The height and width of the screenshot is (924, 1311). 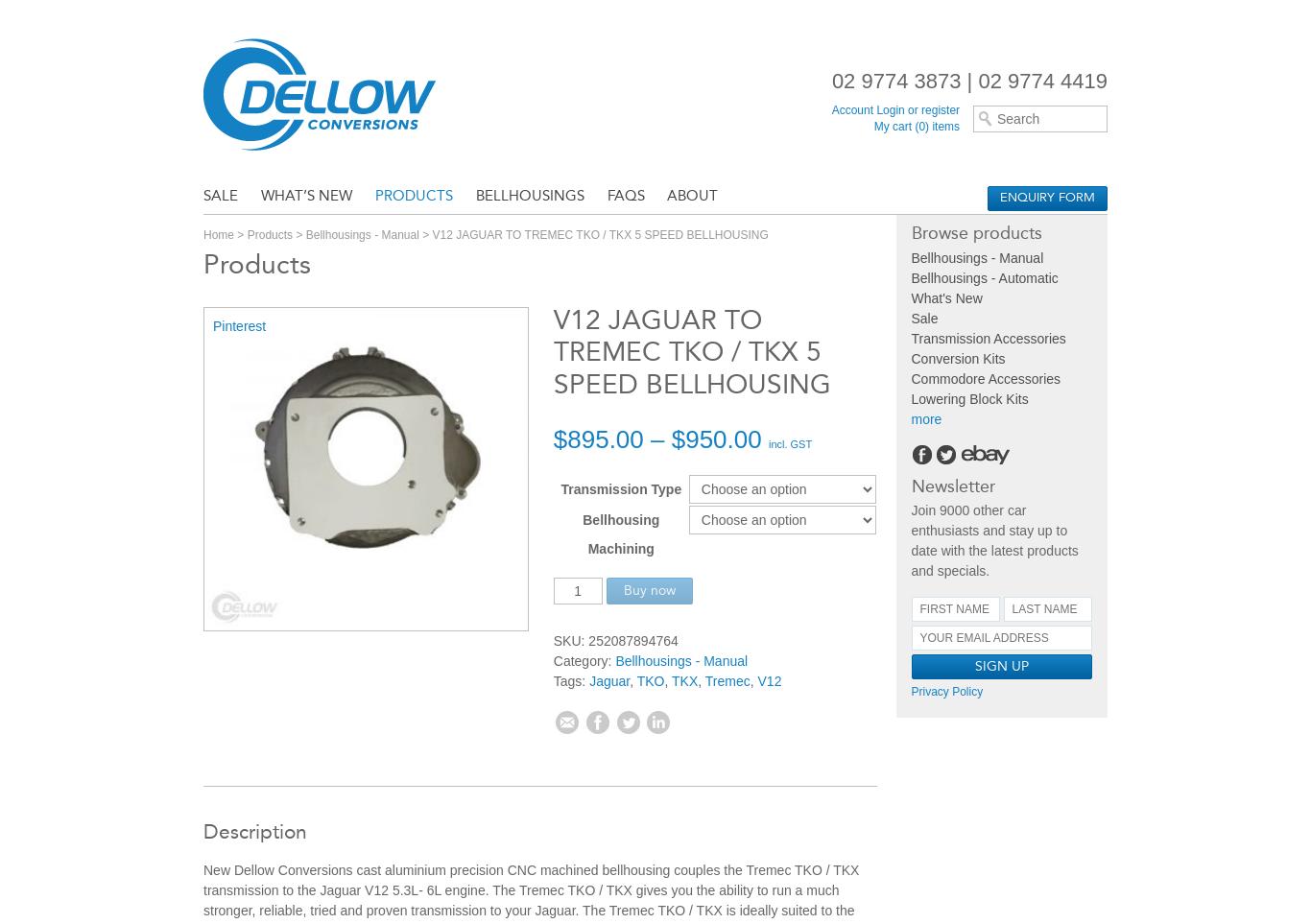 What do you see at coordinates (984, 376) in the screenshot?
I see `'Commodore Accessories'` at bounding box center [984, 376].